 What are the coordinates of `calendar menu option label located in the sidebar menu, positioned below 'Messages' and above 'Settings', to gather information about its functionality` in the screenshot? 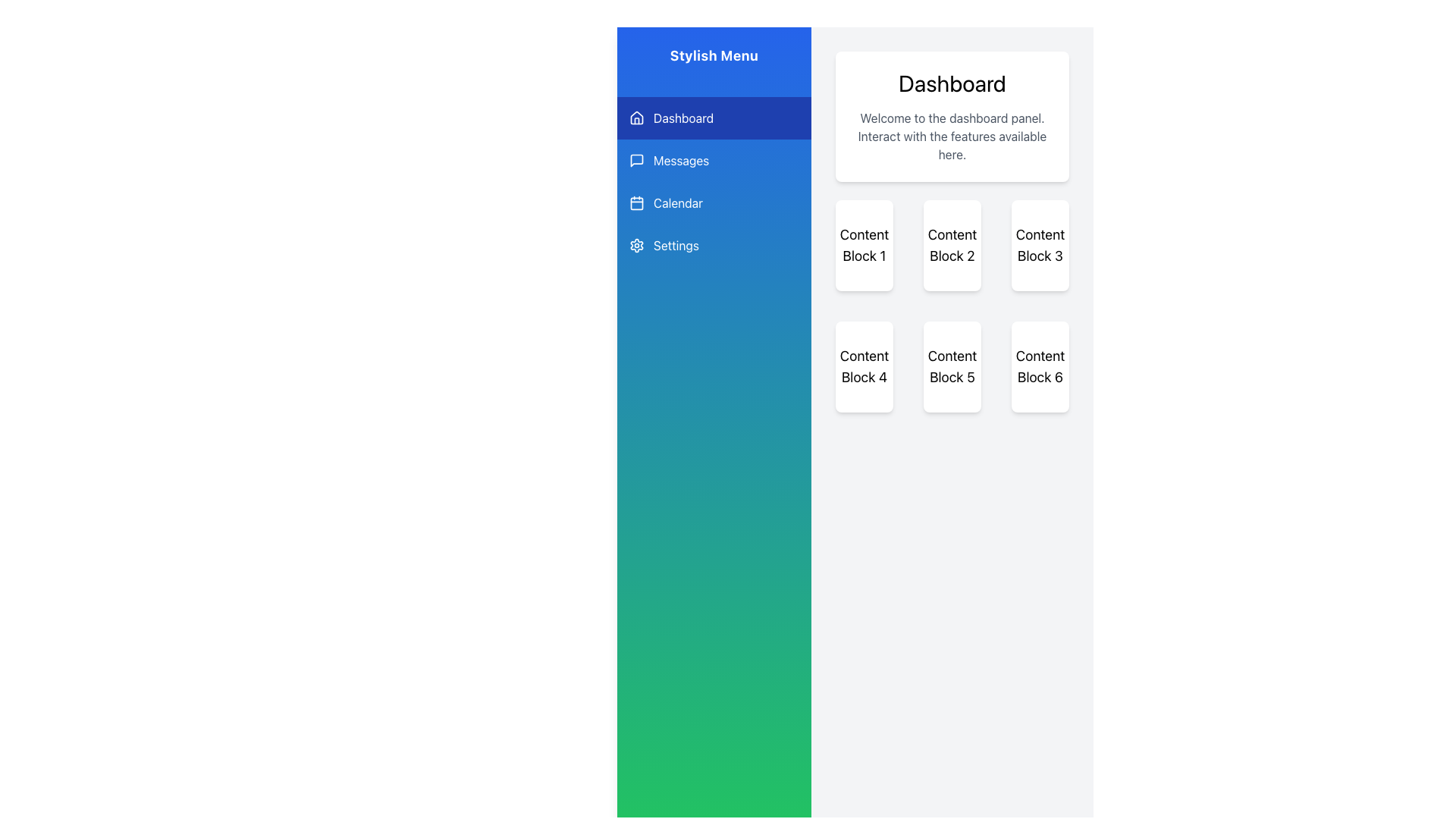 It's located at (677, 202).